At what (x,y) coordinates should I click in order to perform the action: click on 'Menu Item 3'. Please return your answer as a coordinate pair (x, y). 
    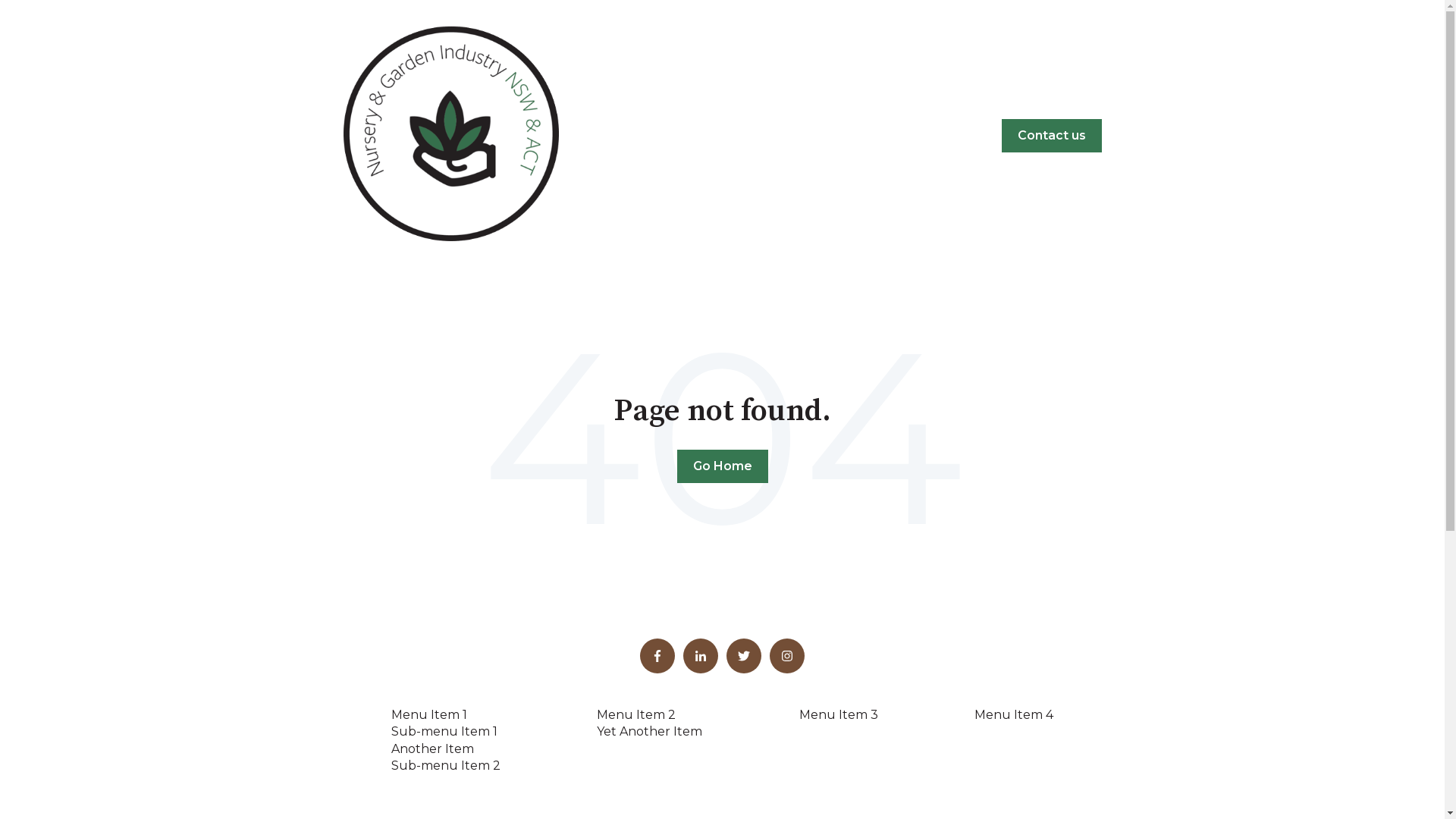
    Looking at the image, I should click on (837, 714).